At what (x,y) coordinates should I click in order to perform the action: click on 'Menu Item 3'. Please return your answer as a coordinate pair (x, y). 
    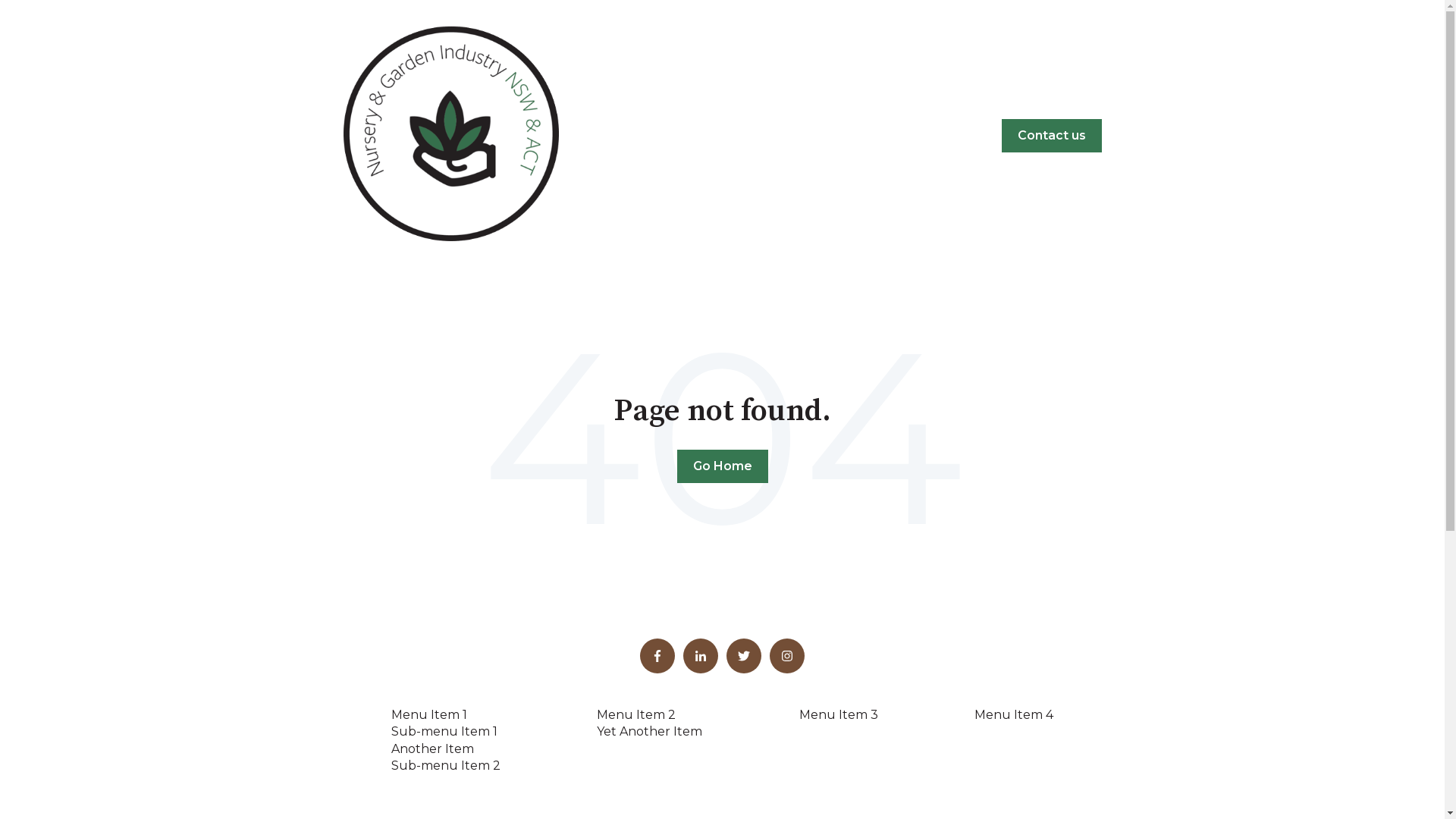
    Looking at the image, I should click on (837, 714).